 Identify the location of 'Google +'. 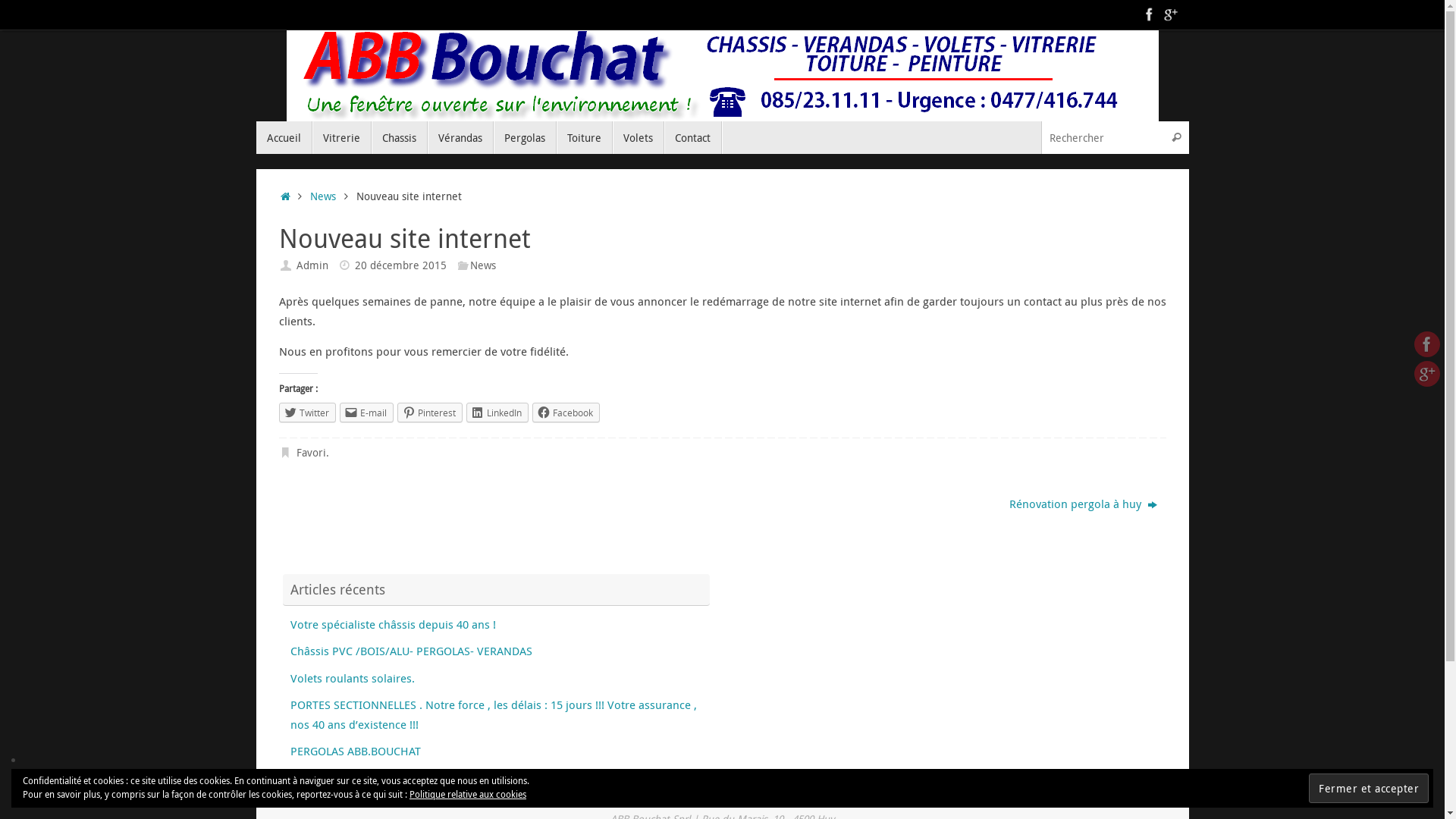
(1426, 374).